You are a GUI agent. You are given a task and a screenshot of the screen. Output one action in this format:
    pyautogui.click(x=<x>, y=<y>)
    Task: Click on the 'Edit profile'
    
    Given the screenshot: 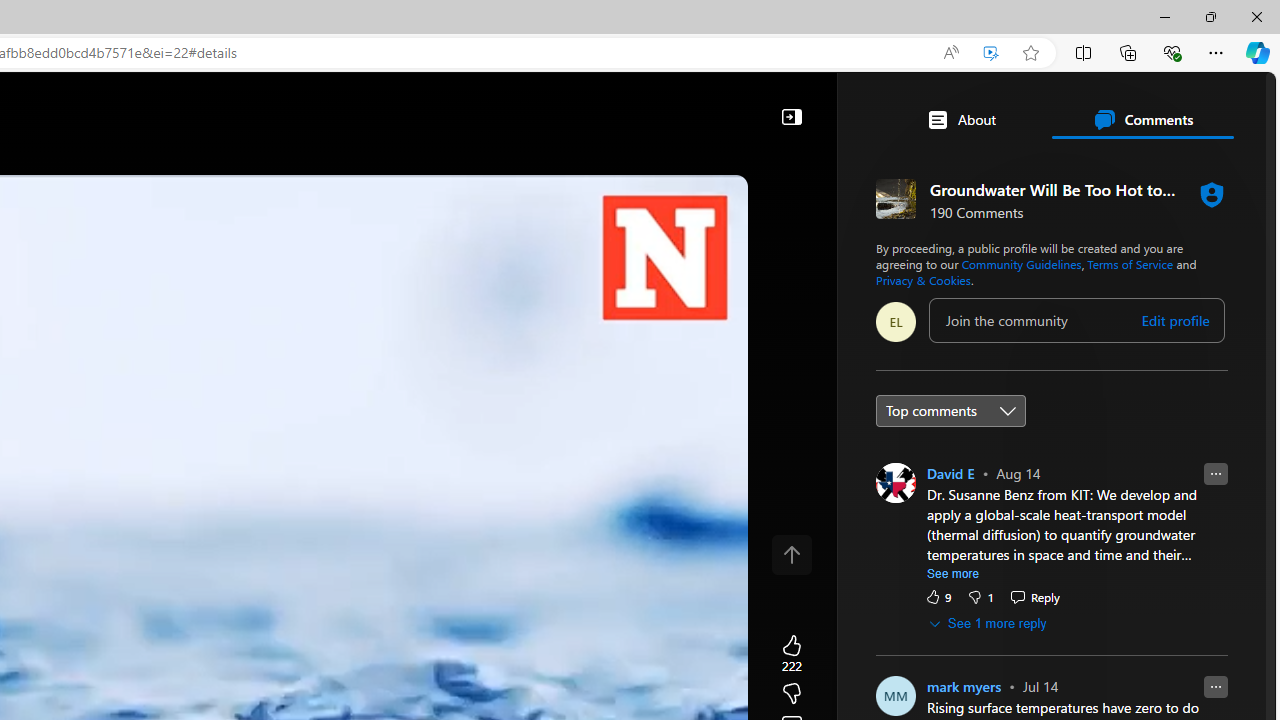 What is the action you would take?
    pyautogui.click(x=1175, y=320)
    